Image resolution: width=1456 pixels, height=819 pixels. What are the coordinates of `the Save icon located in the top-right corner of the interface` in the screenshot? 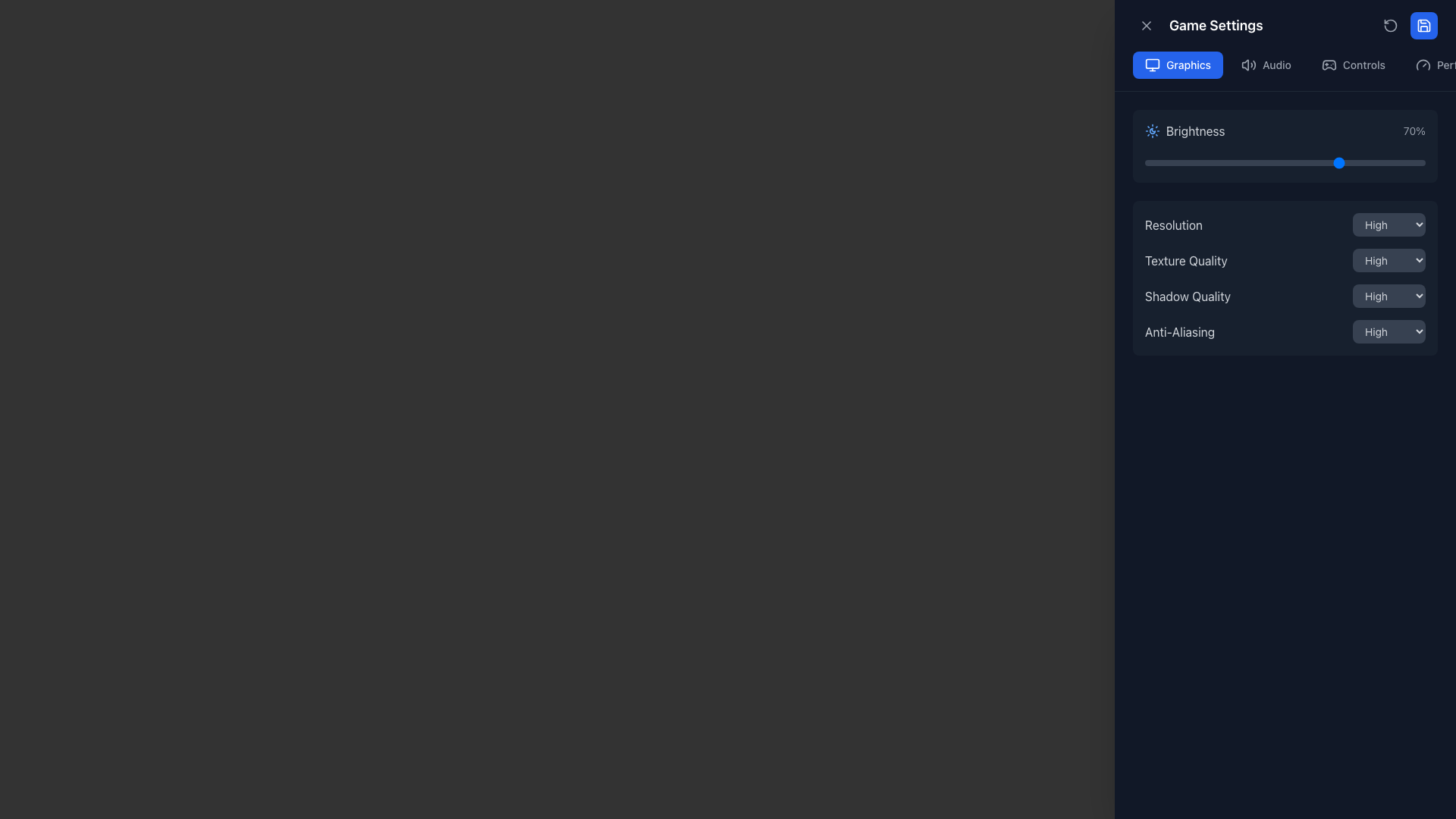 It's located at (1423, 26).